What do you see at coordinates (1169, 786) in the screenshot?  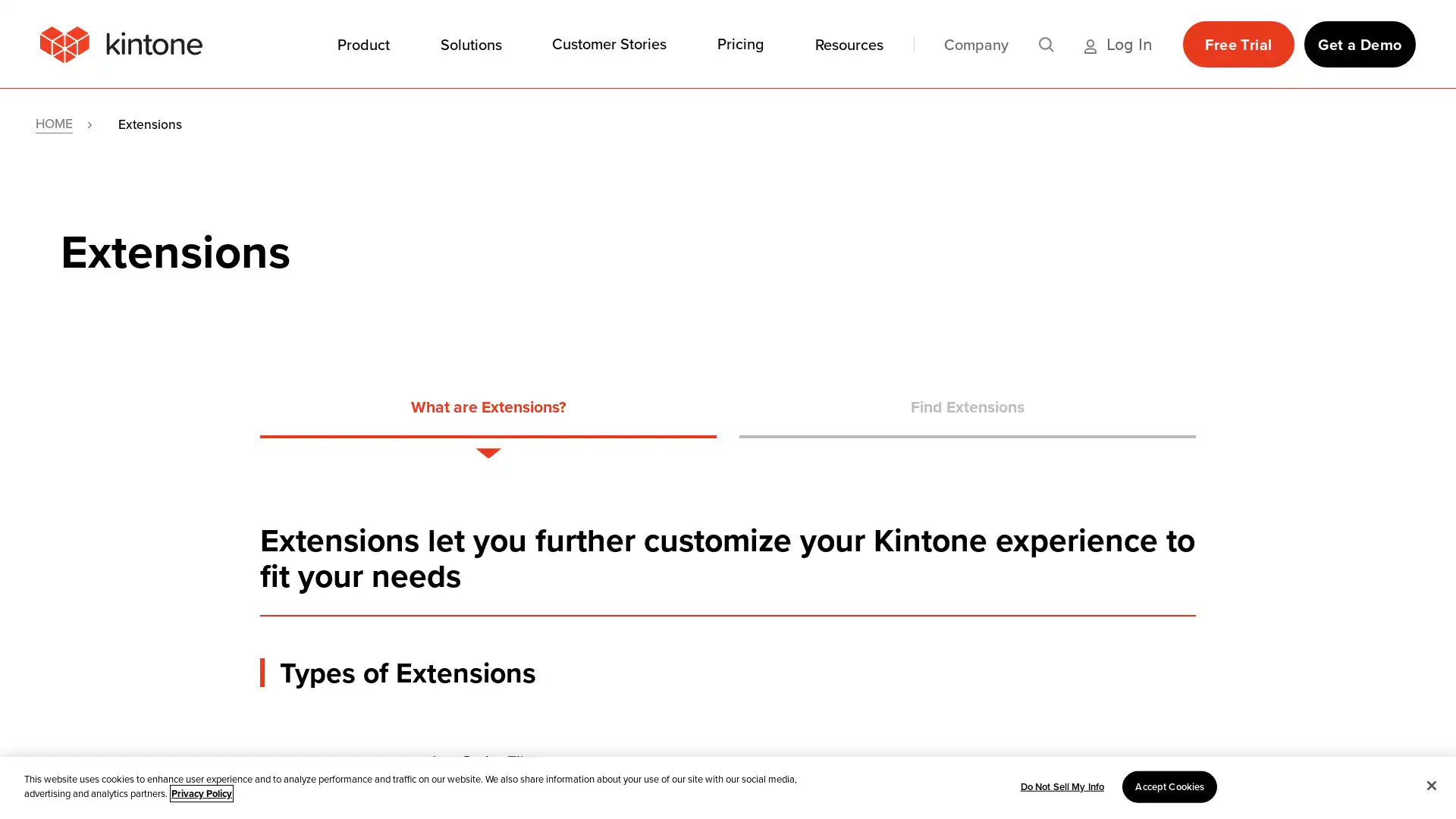 I see `Accept Cookies` at bounding box center [1169, 786].